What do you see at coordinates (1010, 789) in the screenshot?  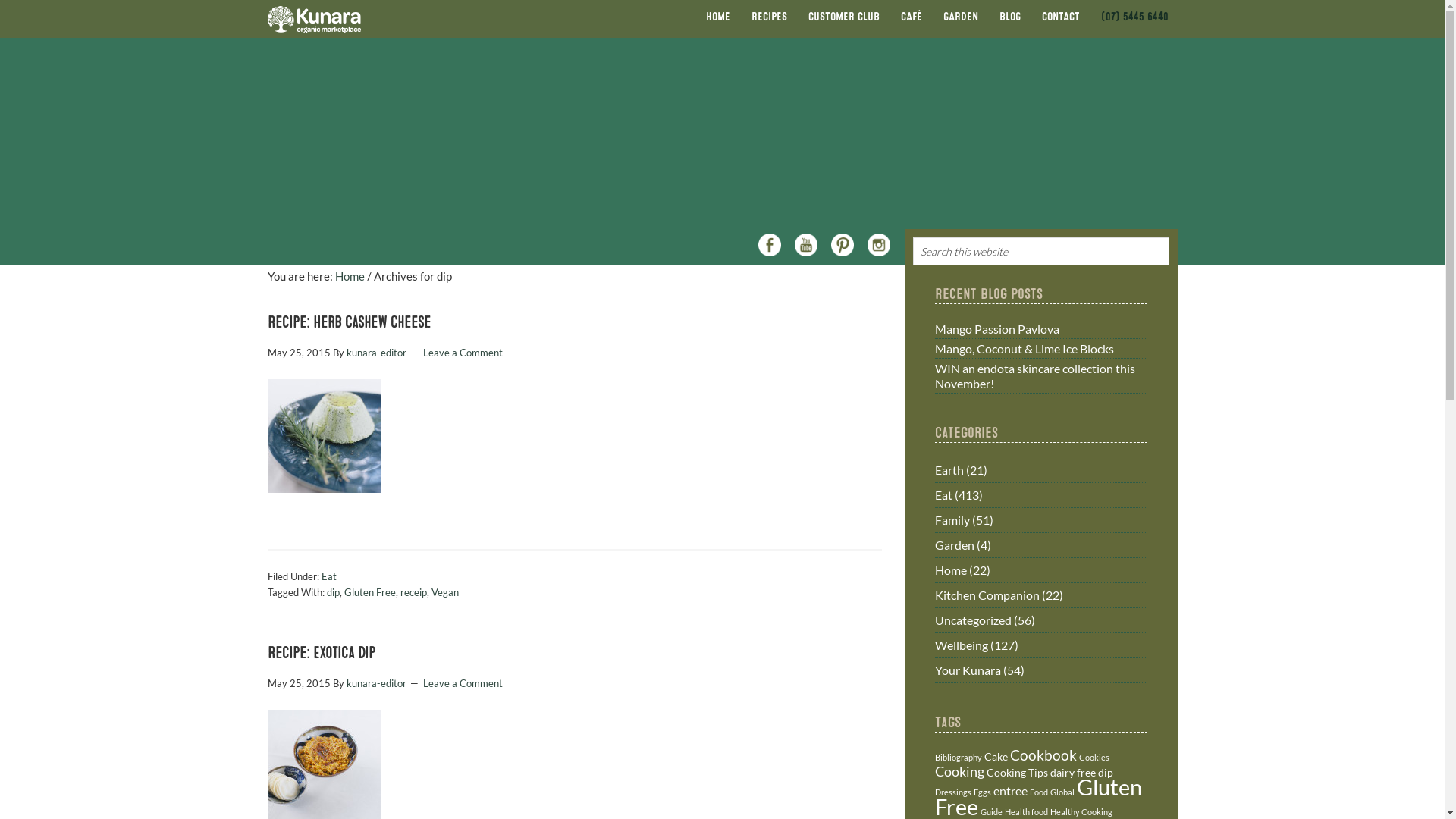 I see `'entree'` at bounding box center [1010, 789].